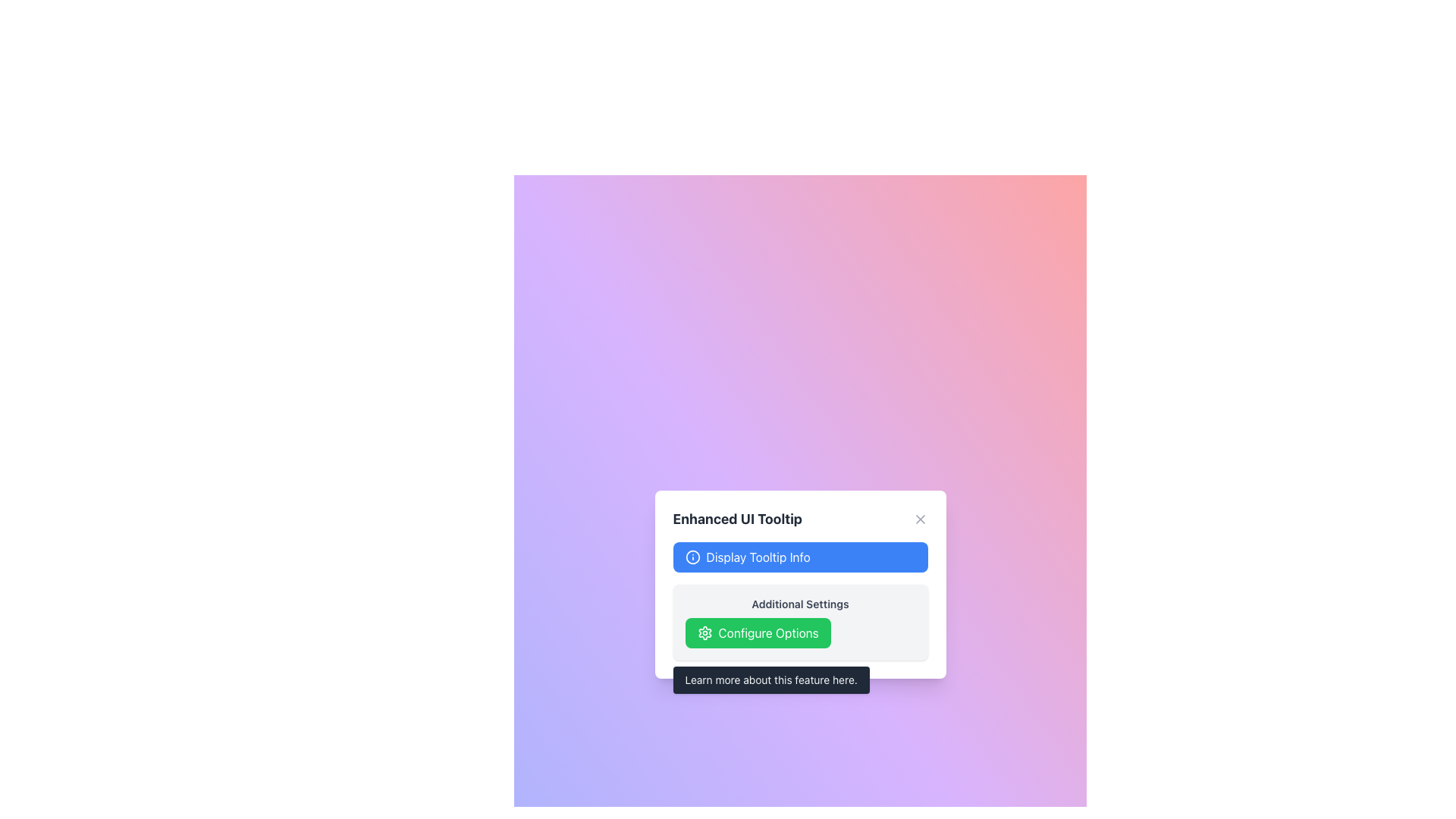  Describe the element at coordinates (704, 632) in the screenshot. I see `the configuration options icon located within the modal dialog box near the text 'Configure Options'` at that location.